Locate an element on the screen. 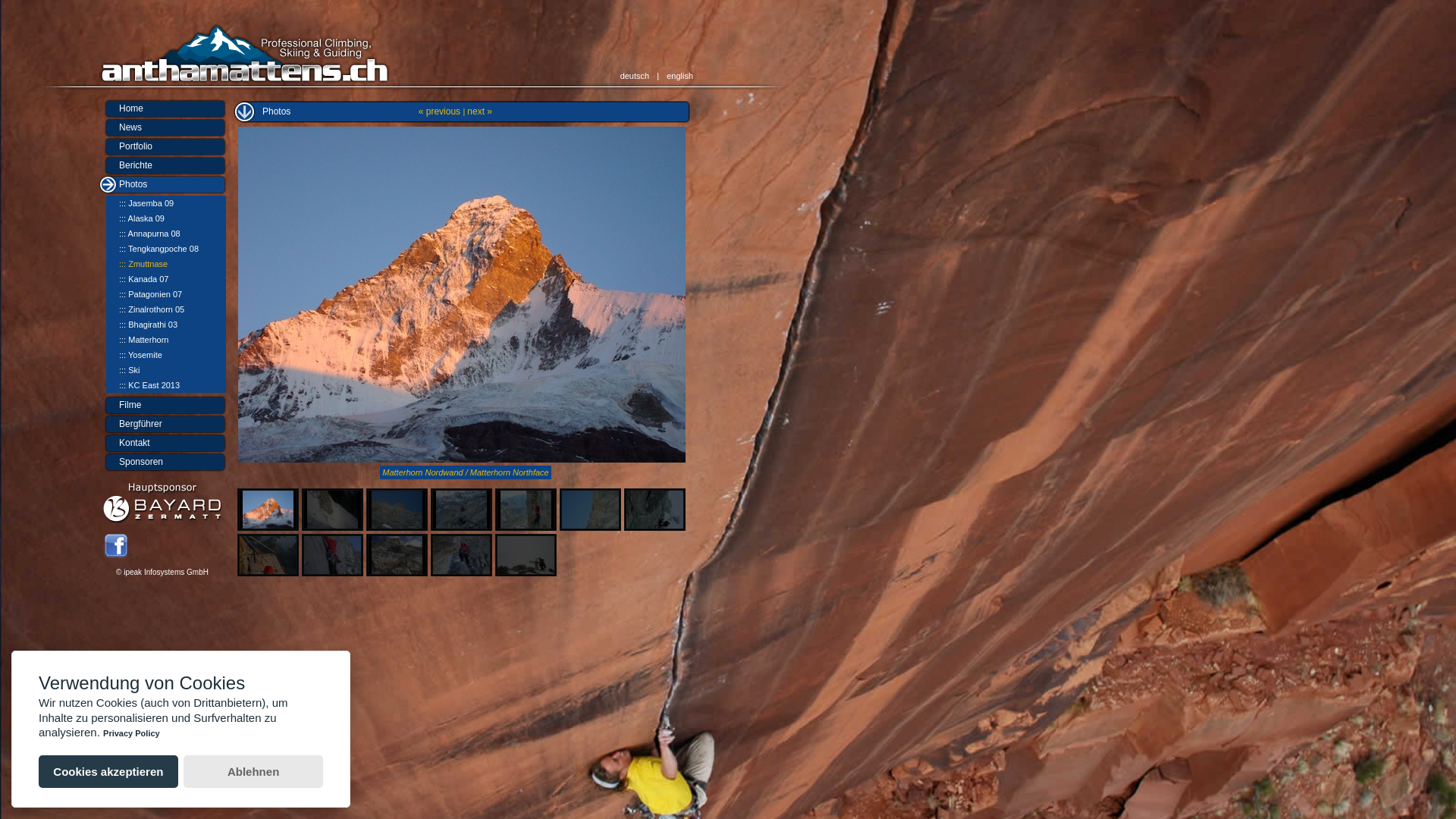 This screenshot has width=1456, height=819. 'Home' is located at coordinates (162, 108).